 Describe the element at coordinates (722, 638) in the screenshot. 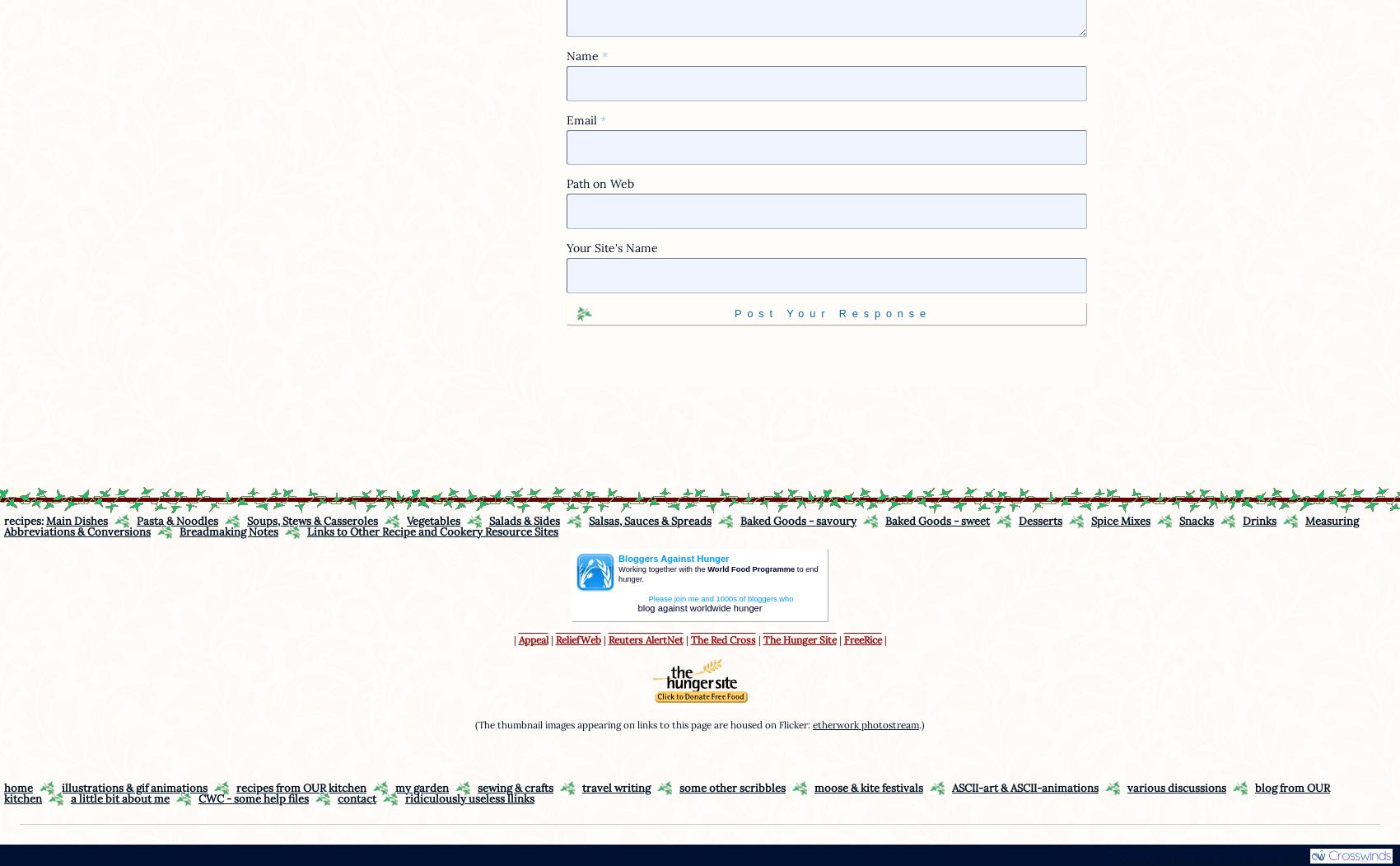

I see `'The Red Cross'` at that location.